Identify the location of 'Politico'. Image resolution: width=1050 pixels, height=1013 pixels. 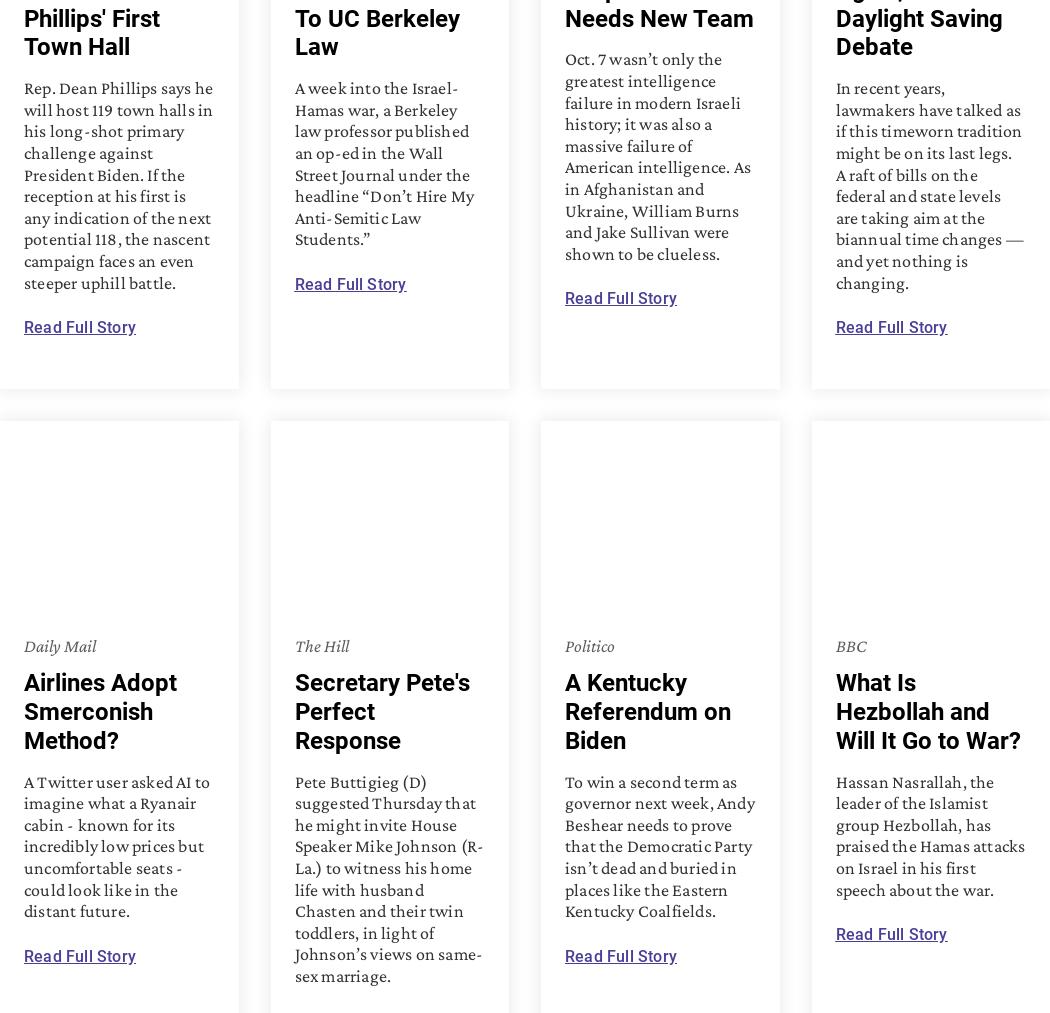
(588, 643).